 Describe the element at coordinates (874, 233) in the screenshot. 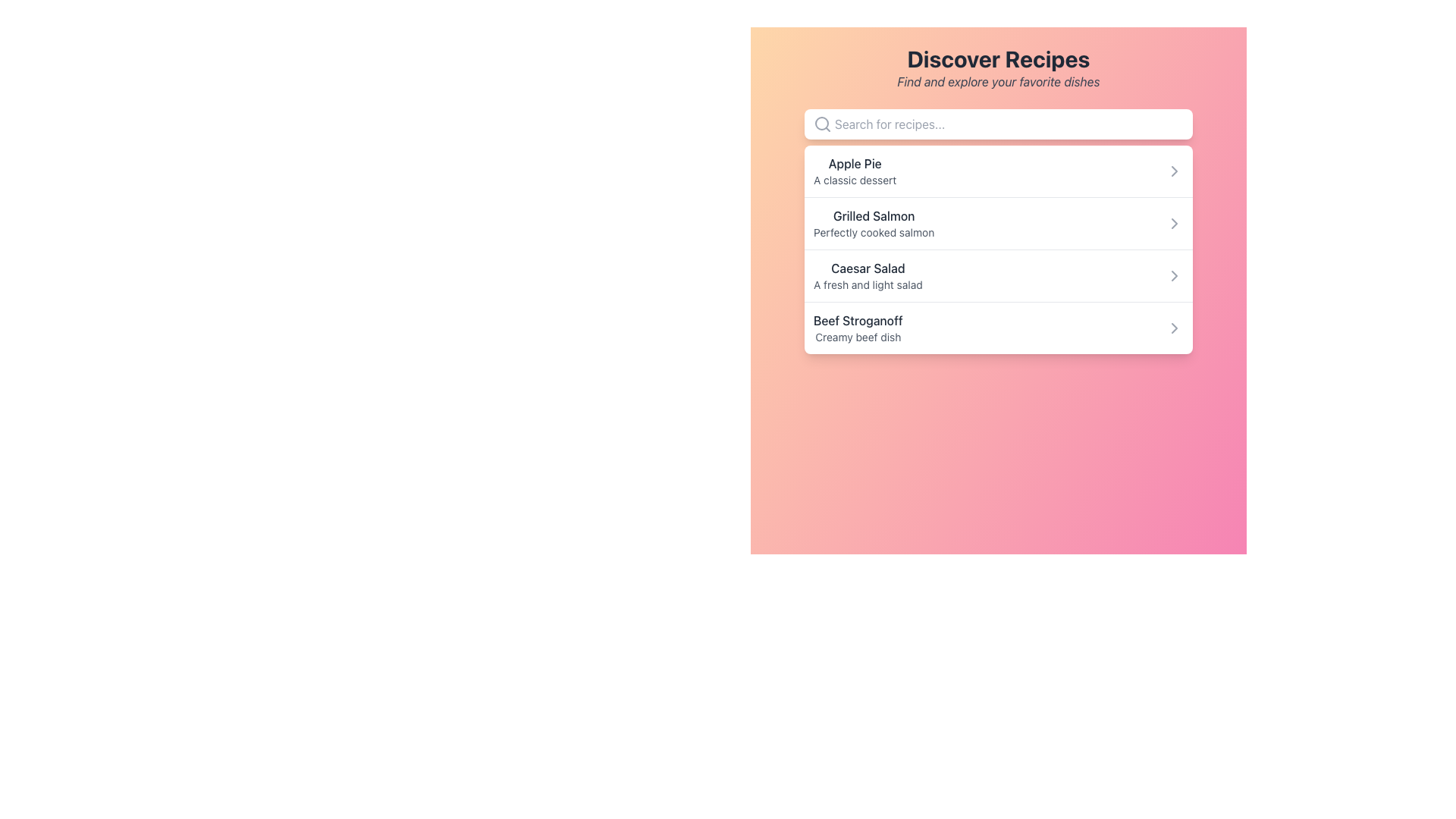

I see `the text label reading 'Perfectly cooked salmon', which is styled in gray and positioned below the title 'Grilled Salmon' in the recipe listing` at that location.